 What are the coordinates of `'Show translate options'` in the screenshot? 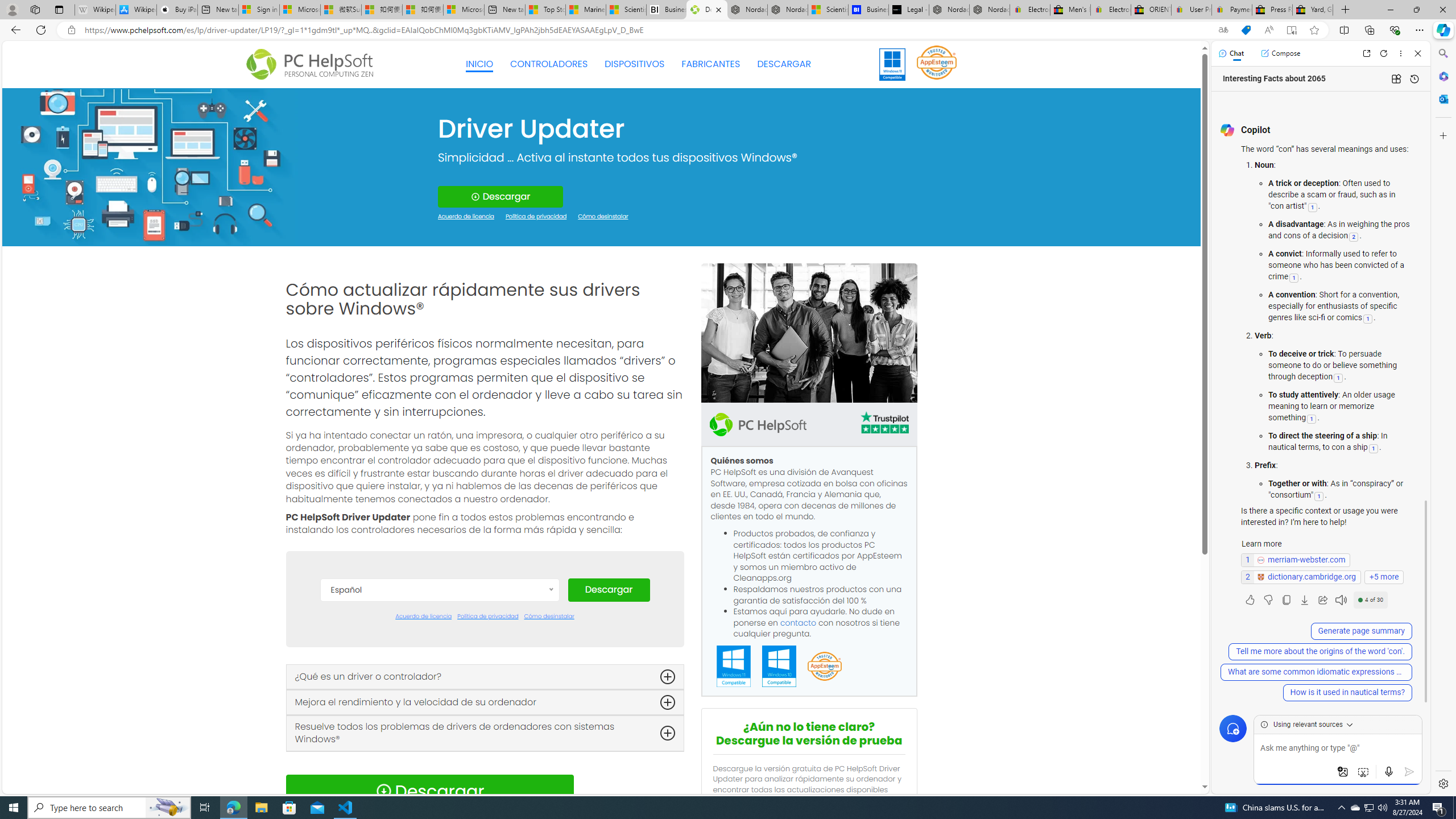 It's located at (1222, 30).